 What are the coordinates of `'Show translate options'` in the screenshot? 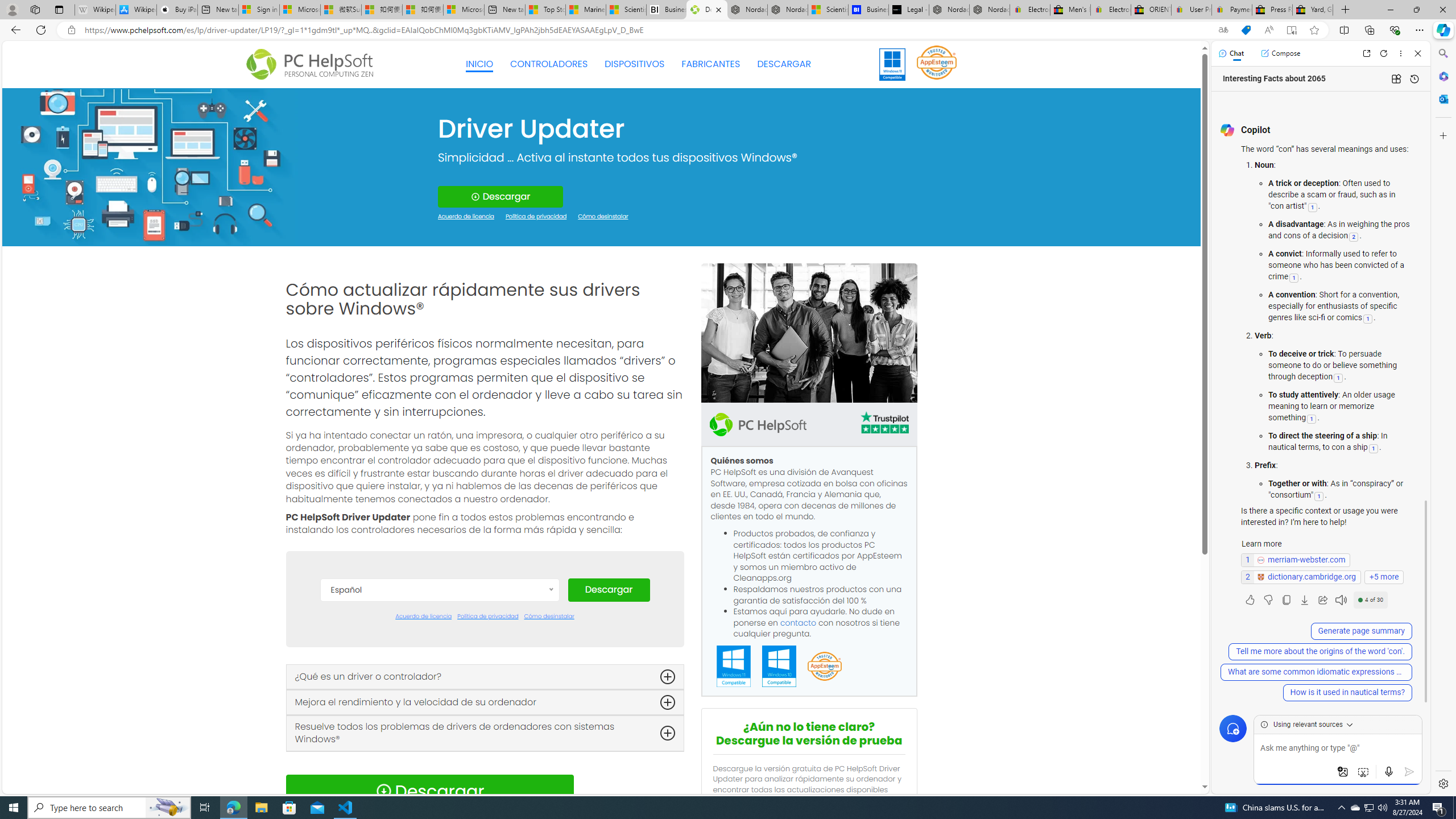 It's located at (1222, 30).